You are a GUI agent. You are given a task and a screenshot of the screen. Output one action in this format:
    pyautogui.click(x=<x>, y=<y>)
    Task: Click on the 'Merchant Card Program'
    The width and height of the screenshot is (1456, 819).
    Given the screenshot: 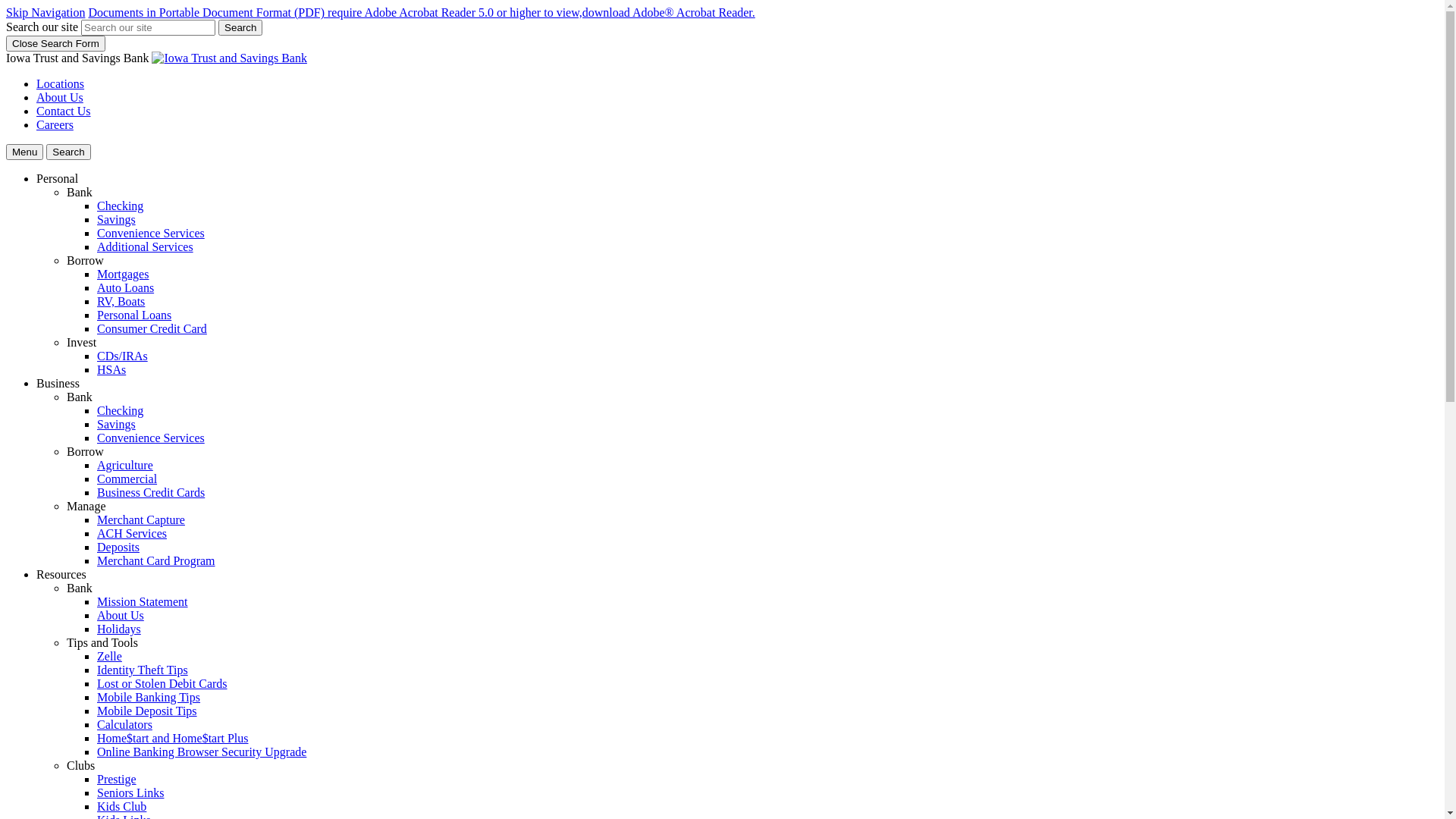 What is the action you would take?
    pyautogui.click(x=156, y=560)
    